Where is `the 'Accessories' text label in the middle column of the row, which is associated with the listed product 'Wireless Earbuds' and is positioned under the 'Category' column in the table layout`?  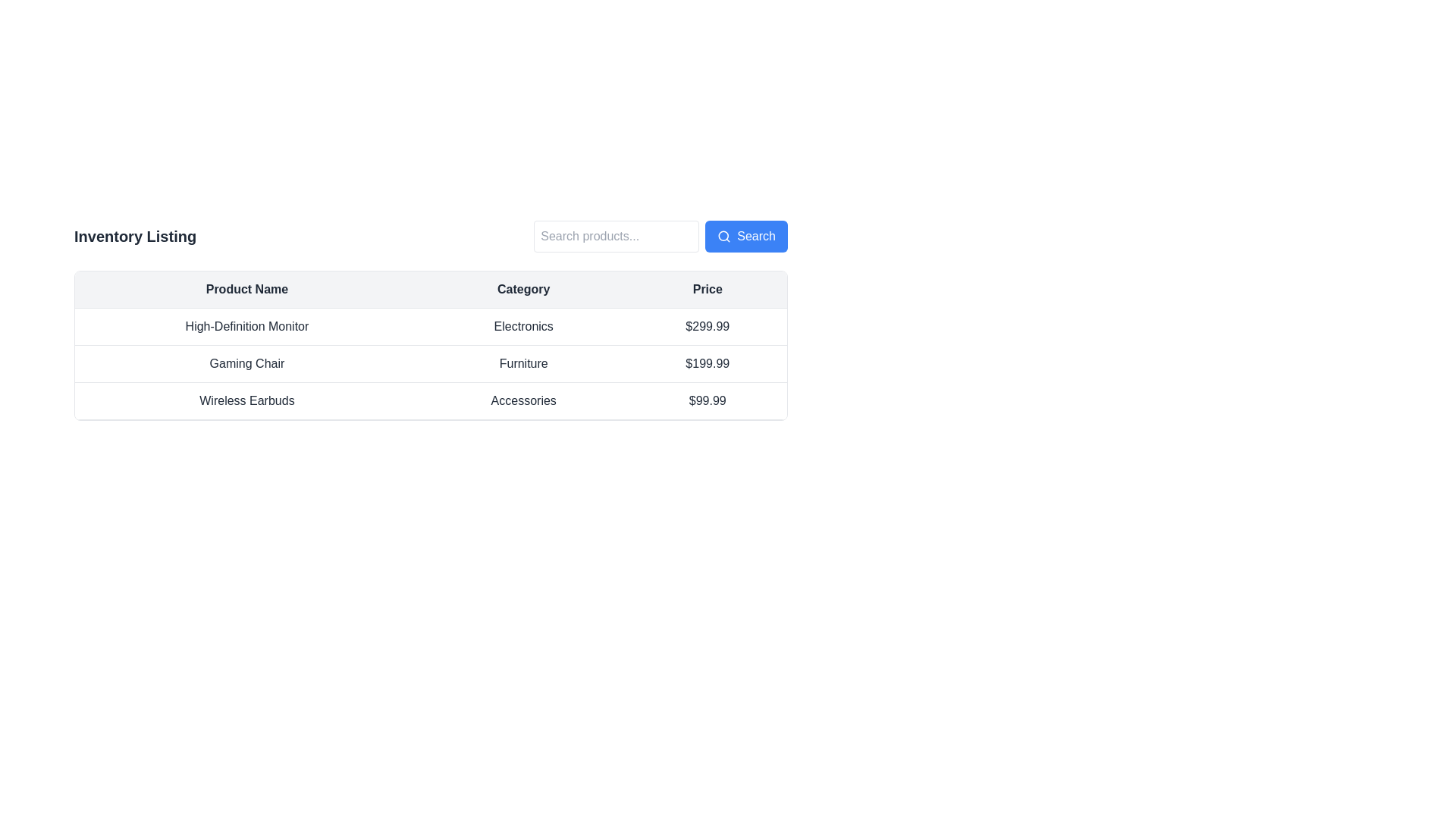
the 'Accessories' text label in the middle column of the row, which is associated with the listed product 'Wireless Earbuds' and is positioned under the 'Category' column in the table layout is located at coordinates (523, 400).